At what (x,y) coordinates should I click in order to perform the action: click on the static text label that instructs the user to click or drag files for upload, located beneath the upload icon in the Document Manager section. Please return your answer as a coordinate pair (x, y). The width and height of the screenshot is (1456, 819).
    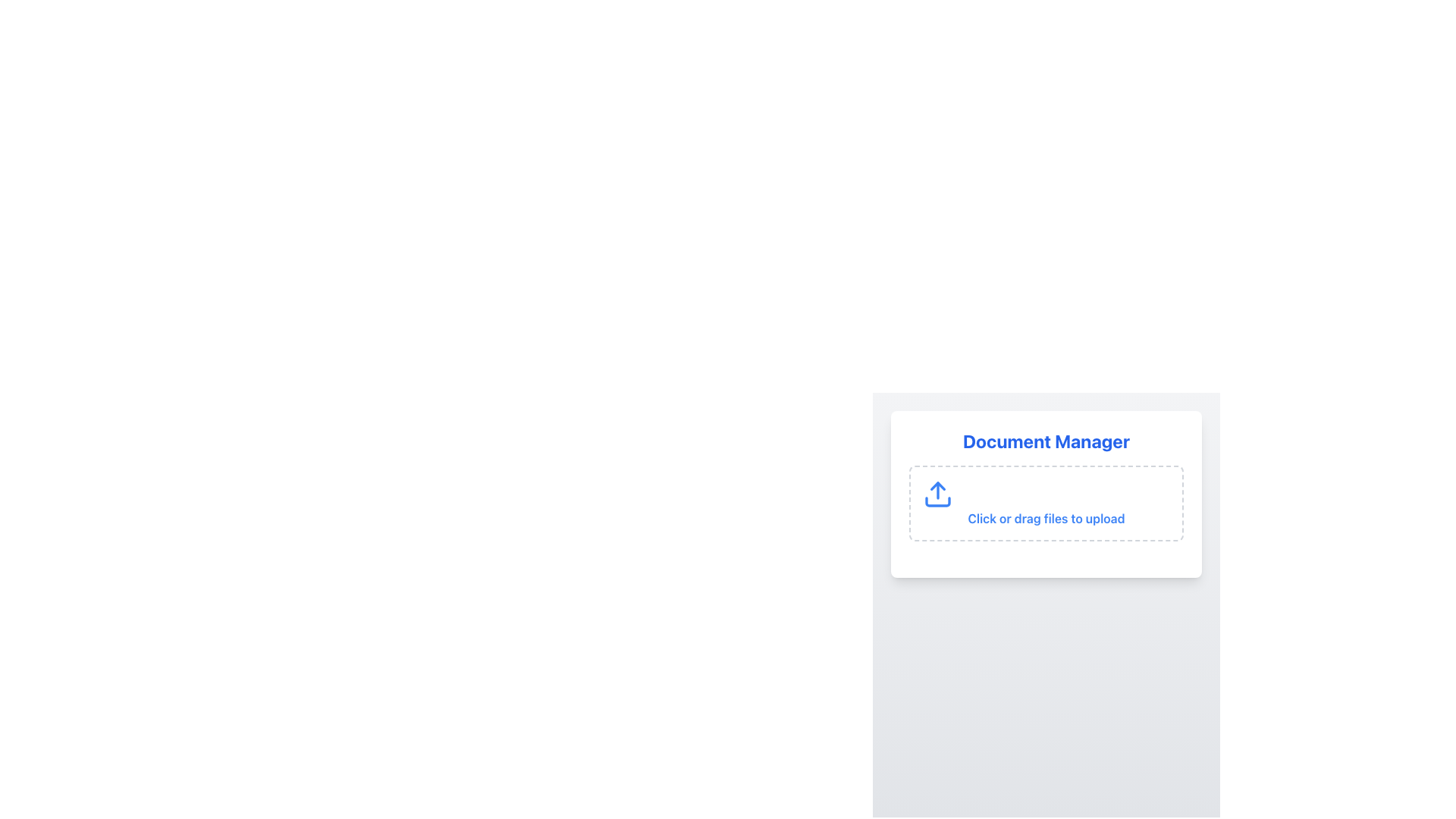
    Looking at the image, I should click on (1046, 517).